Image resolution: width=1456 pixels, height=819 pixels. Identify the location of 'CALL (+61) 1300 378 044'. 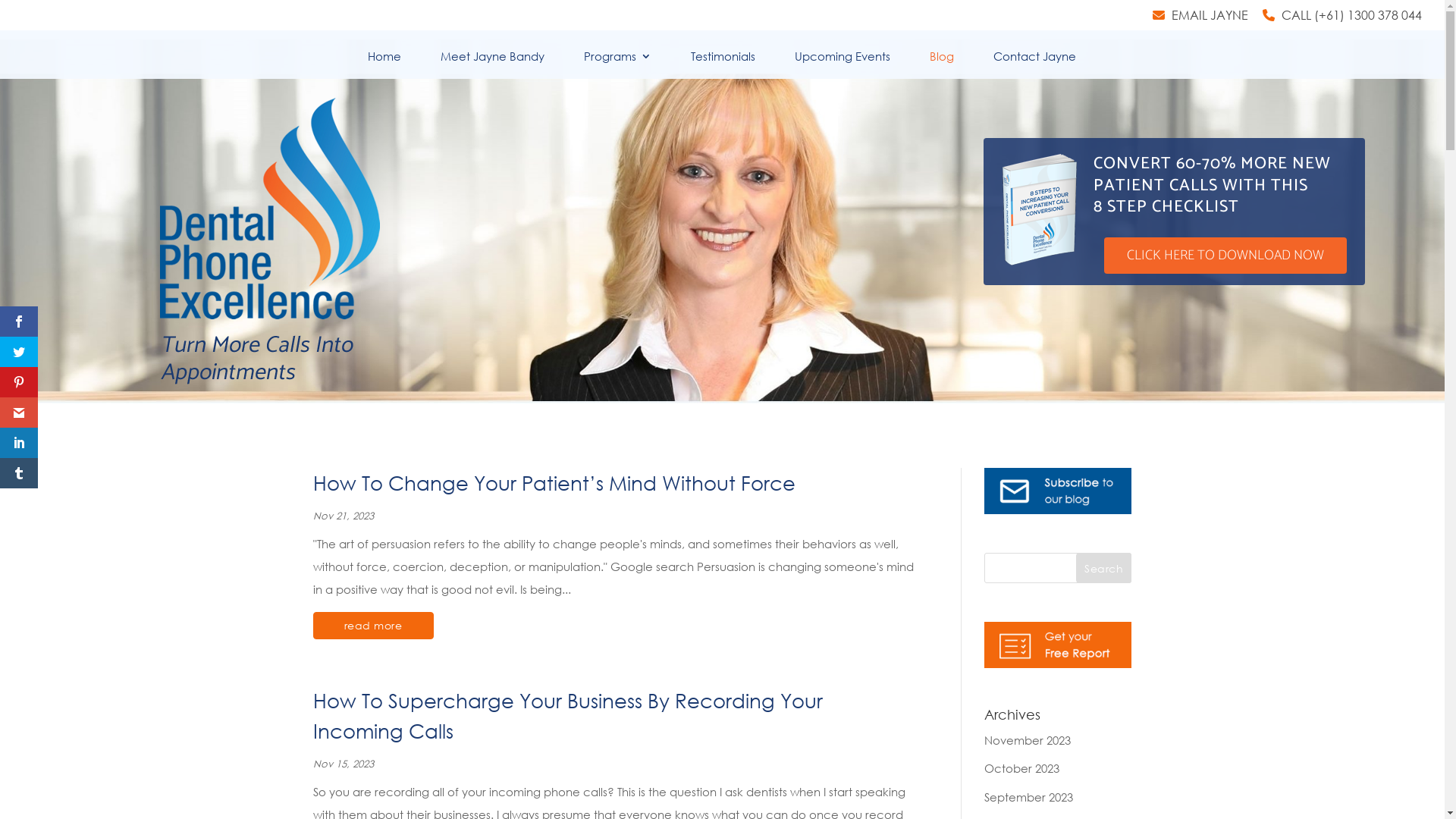
(1342, 20).